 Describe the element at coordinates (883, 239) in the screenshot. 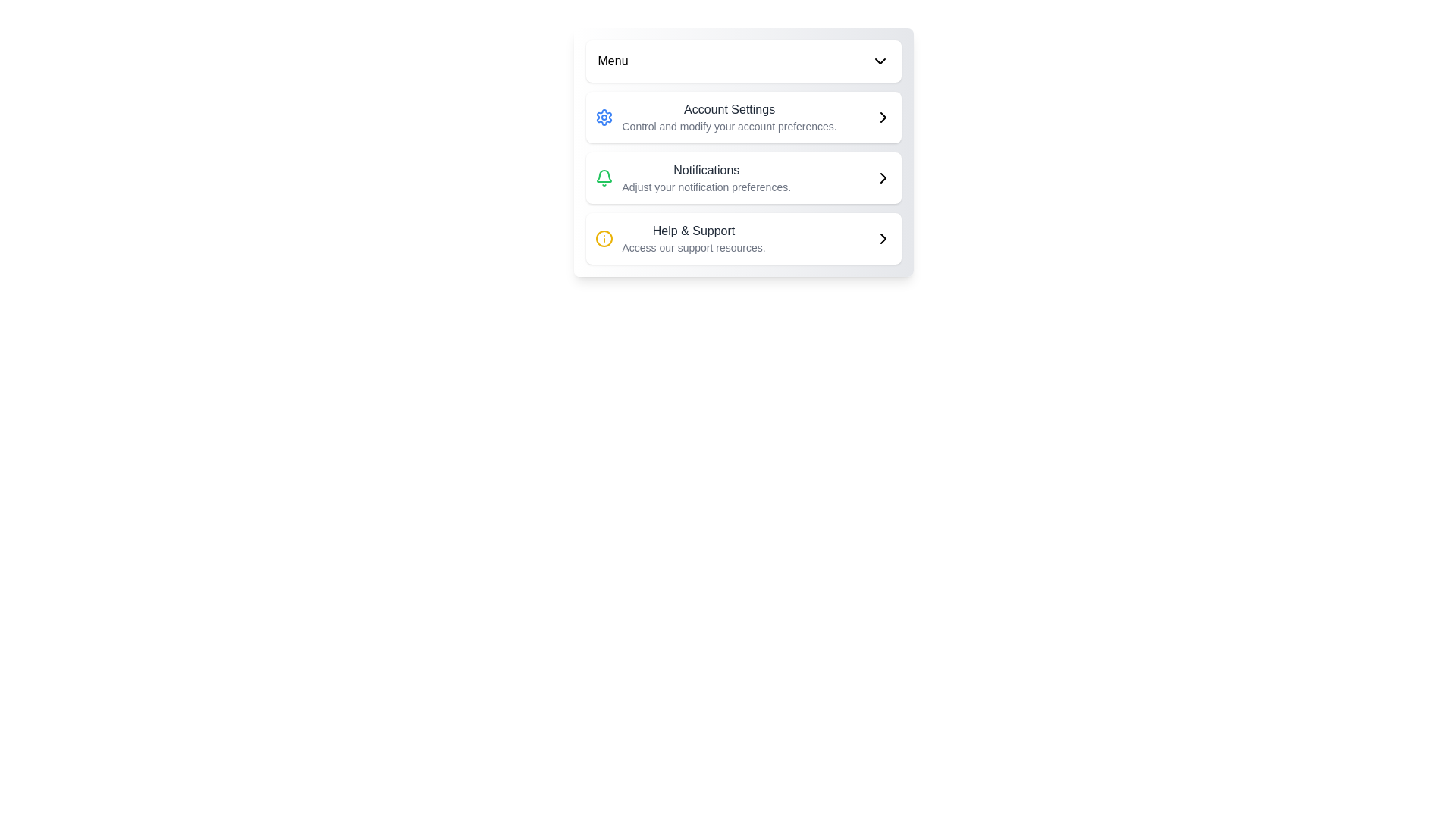

I see `the chevron icon located to the right of the Help & Support section's description text` at that location.